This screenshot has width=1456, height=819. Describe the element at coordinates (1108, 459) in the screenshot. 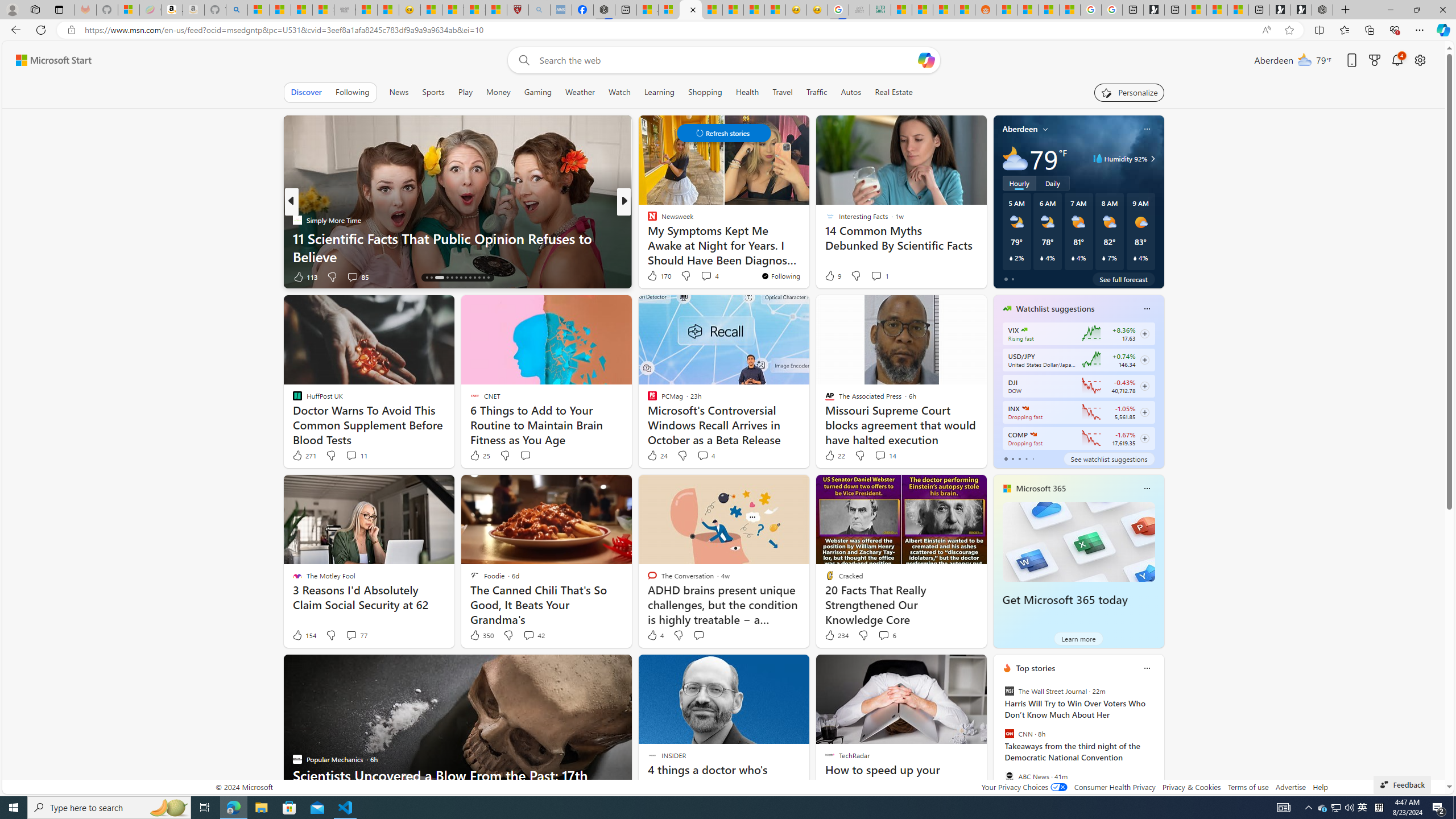

I see `'See watchlist suggestions'` at that location.